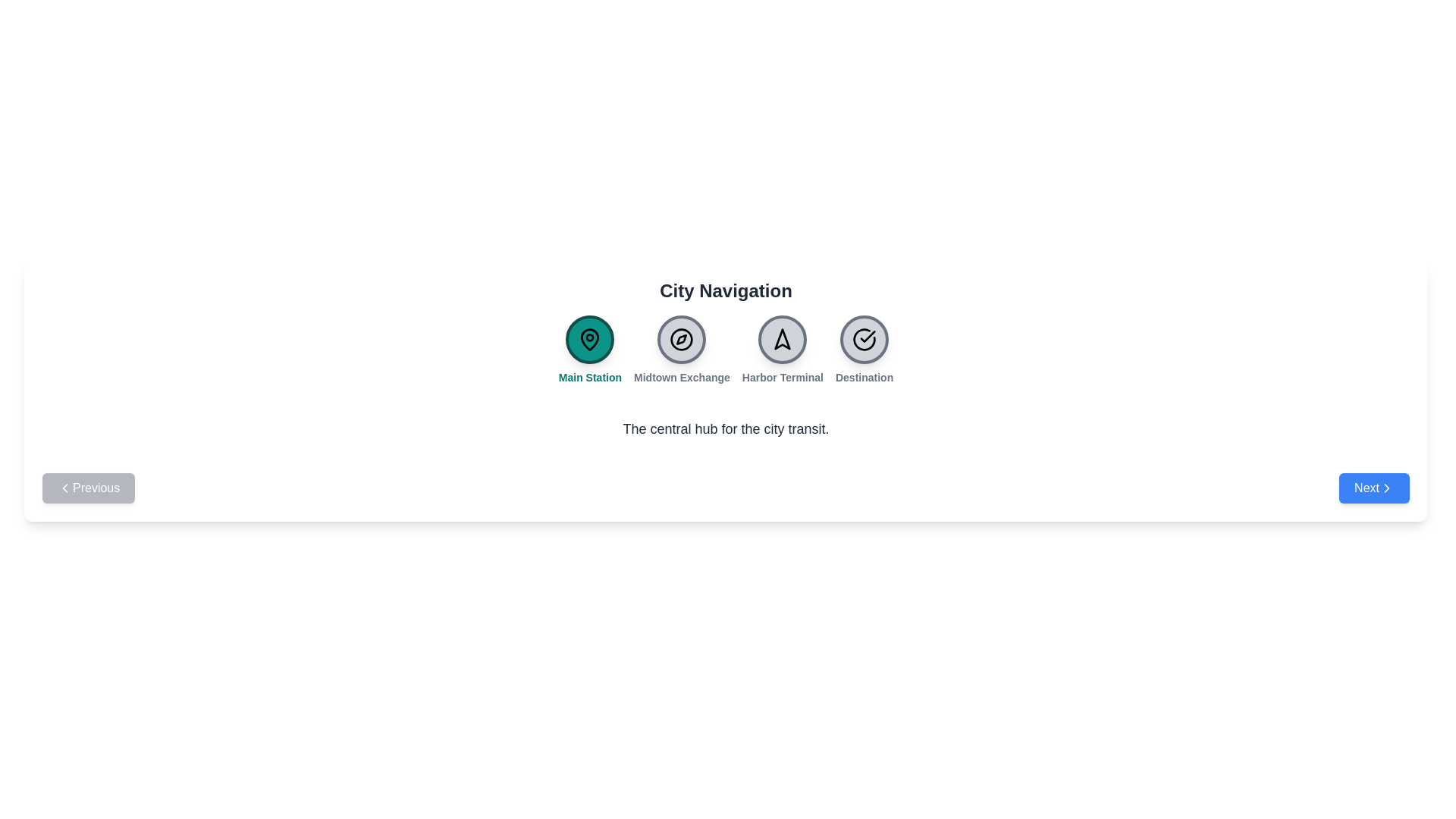 The width and height of the screenshot is (1456, 819). What do you see at coordinates (88, 488) in the screenshot?
I see `the Previous button to navigate` at bounding box center [88, 488].